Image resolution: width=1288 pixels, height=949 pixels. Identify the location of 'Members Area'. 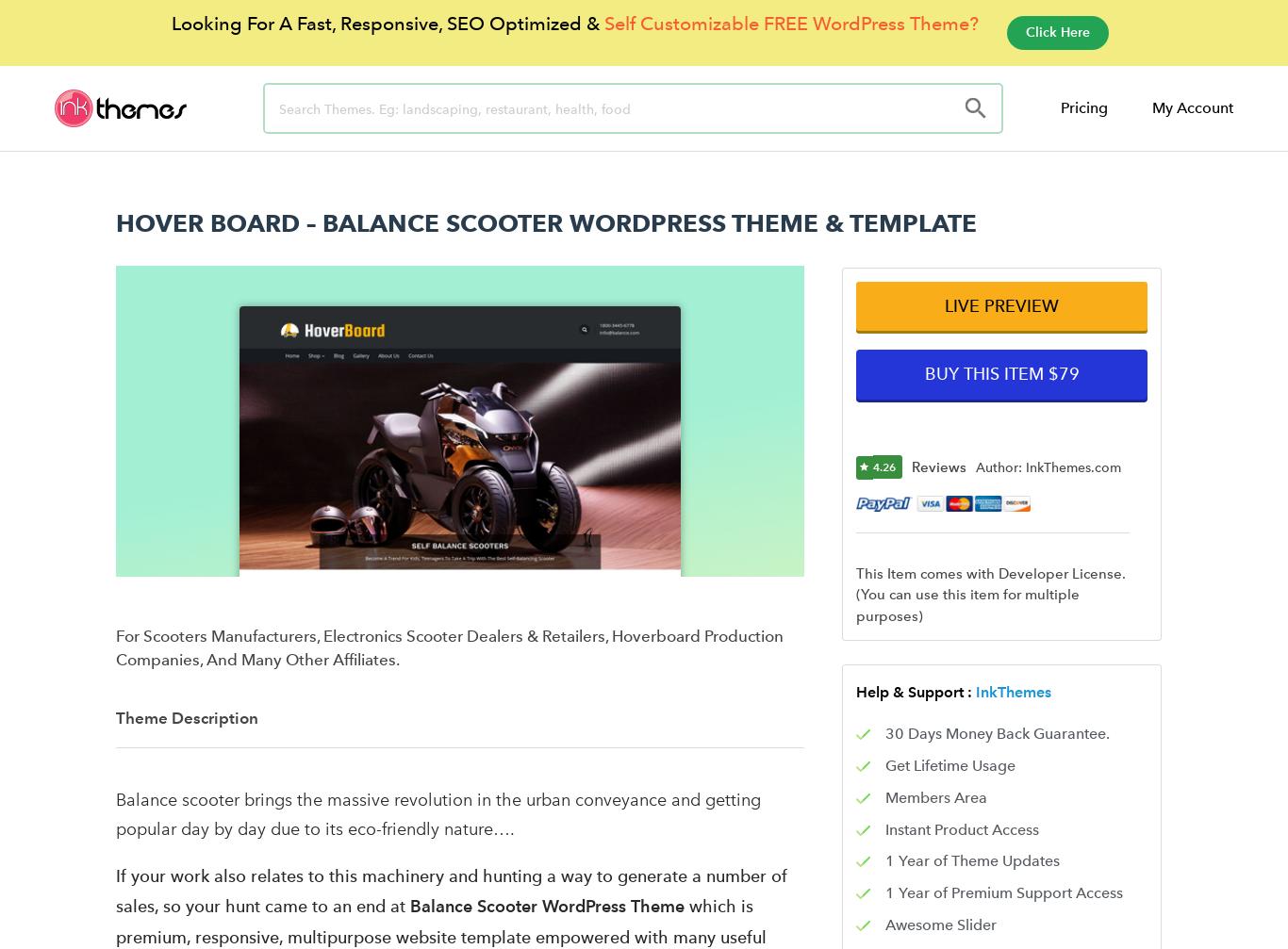
(935, 795).